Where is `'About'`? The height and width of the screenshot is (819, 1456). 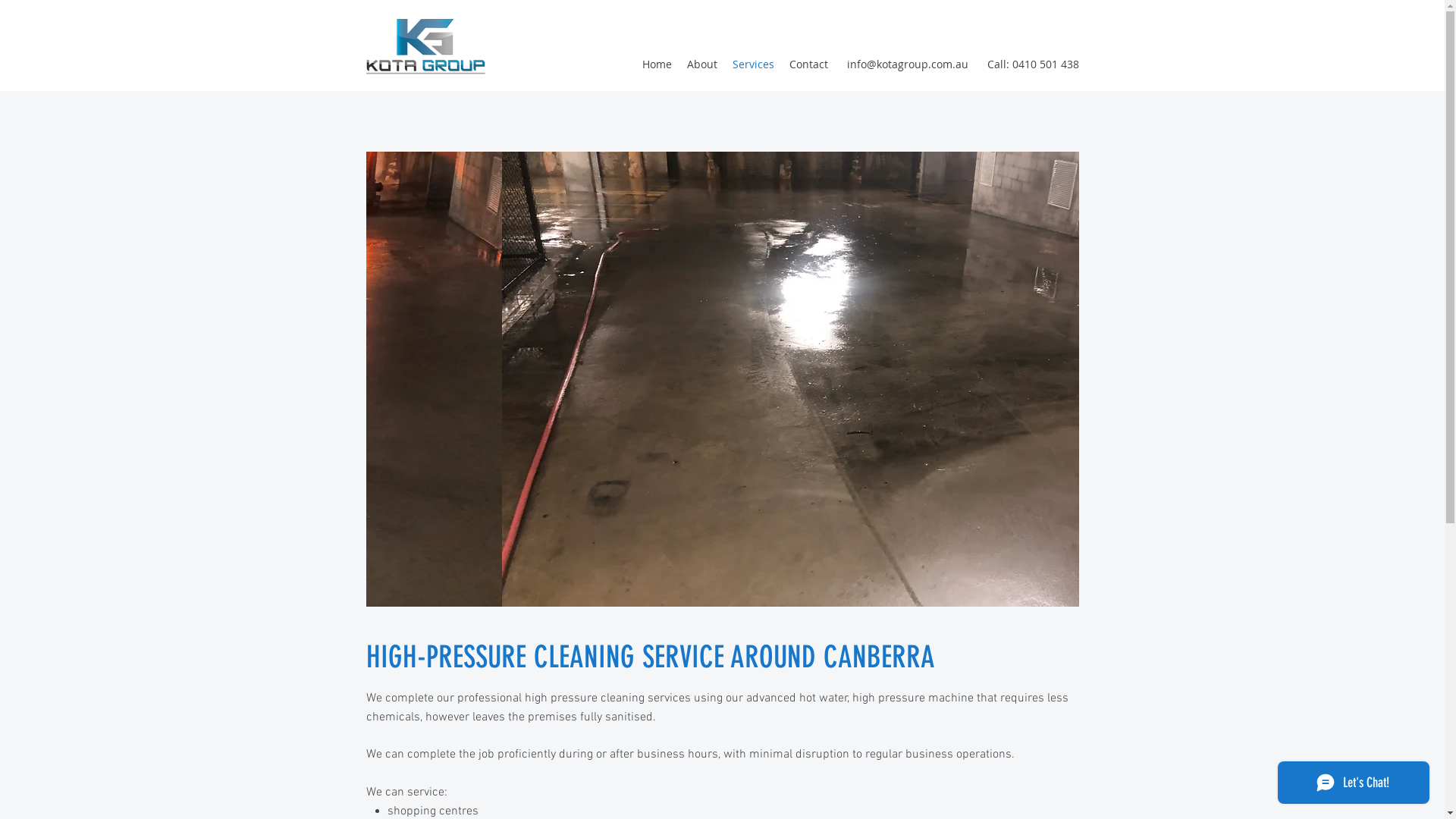
'About' is located at coordinates (701, 63).